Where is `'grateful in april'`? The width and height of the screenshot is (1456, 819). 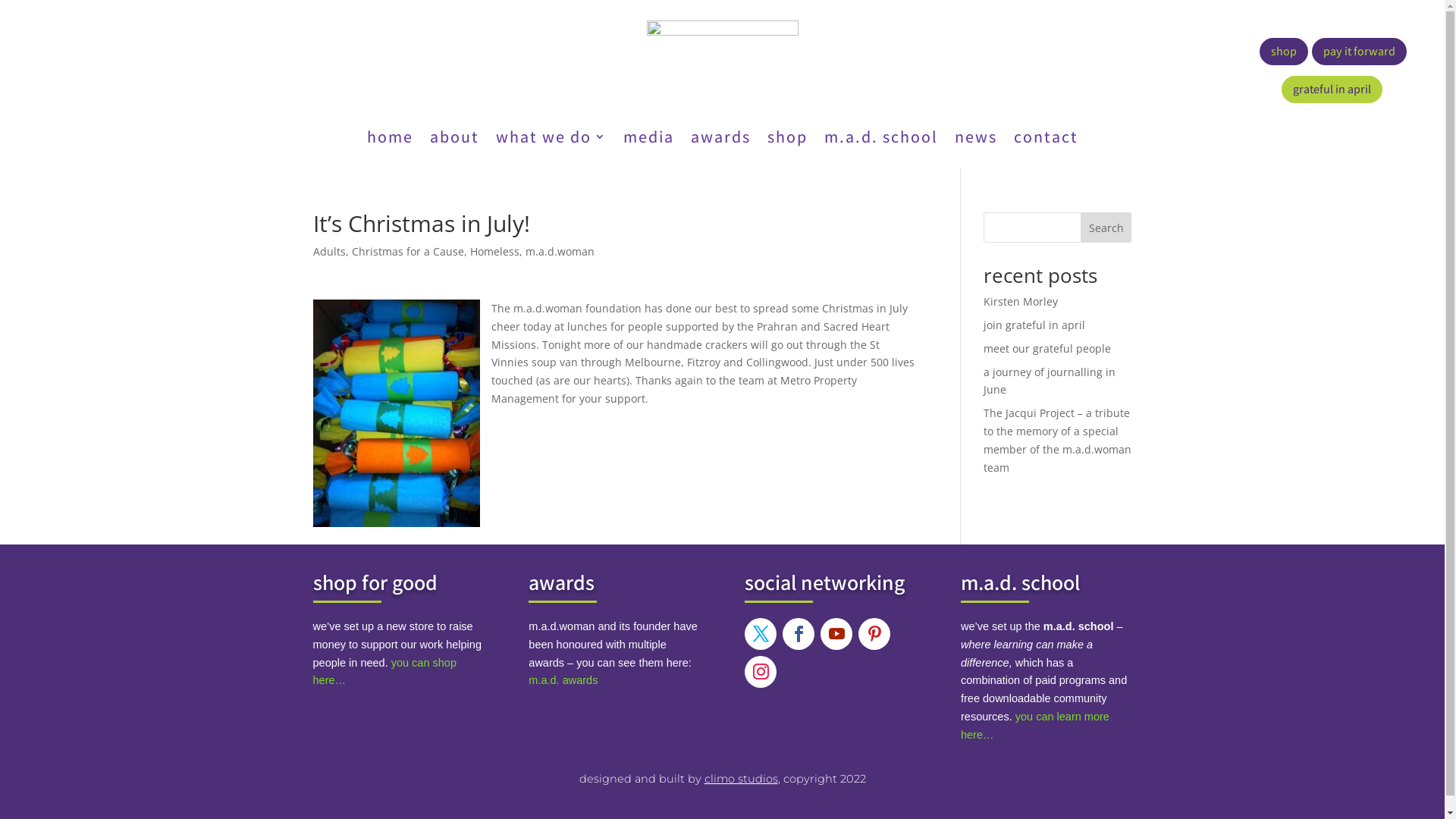
'grateful in april' is located at coordinates (1331, 89).